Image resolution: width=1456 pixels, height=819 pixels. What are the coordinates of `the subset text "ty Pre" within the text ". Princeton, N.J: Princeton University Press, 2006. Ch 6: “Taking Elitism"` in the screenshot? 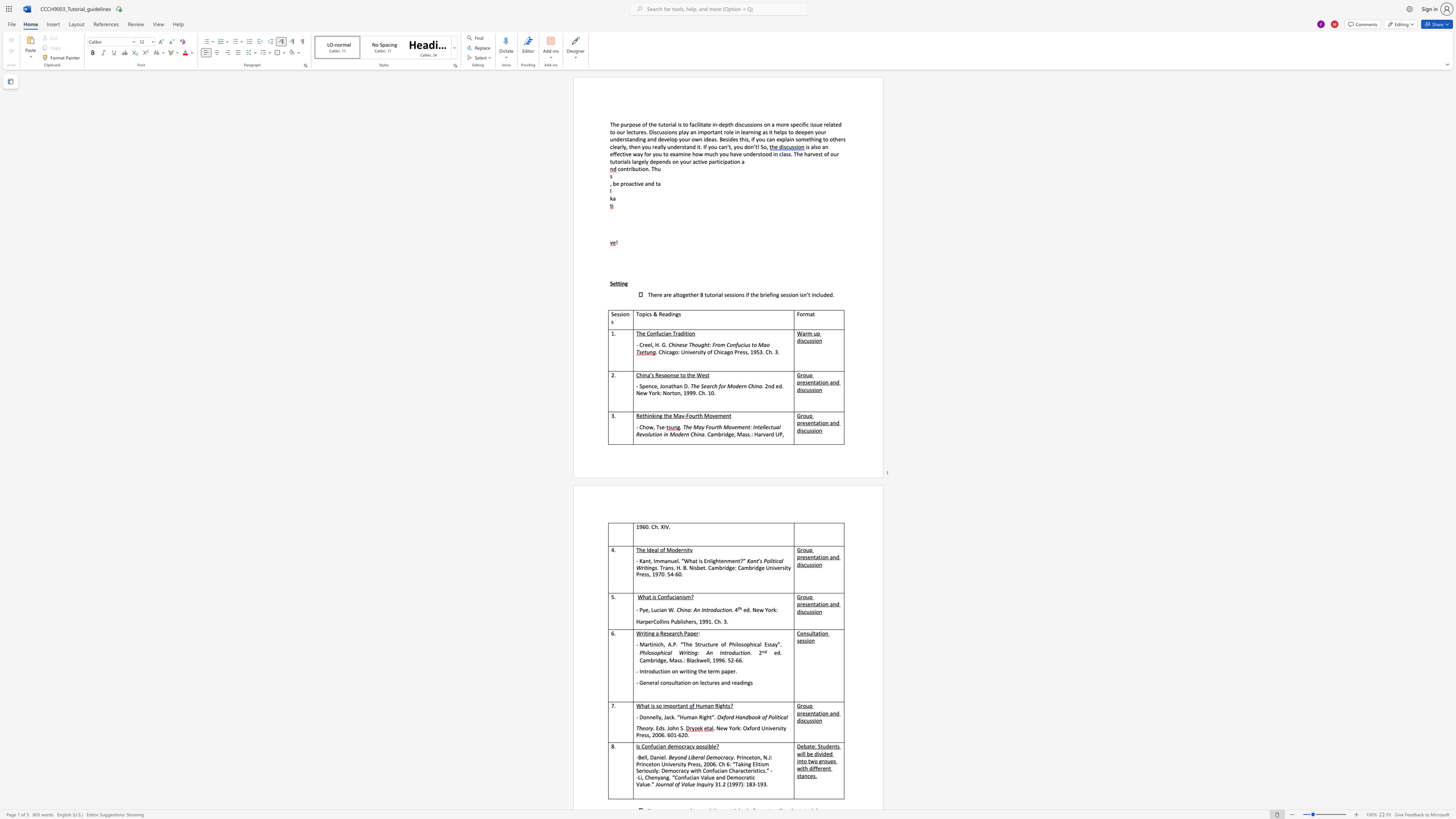 It's located at (681, 764).